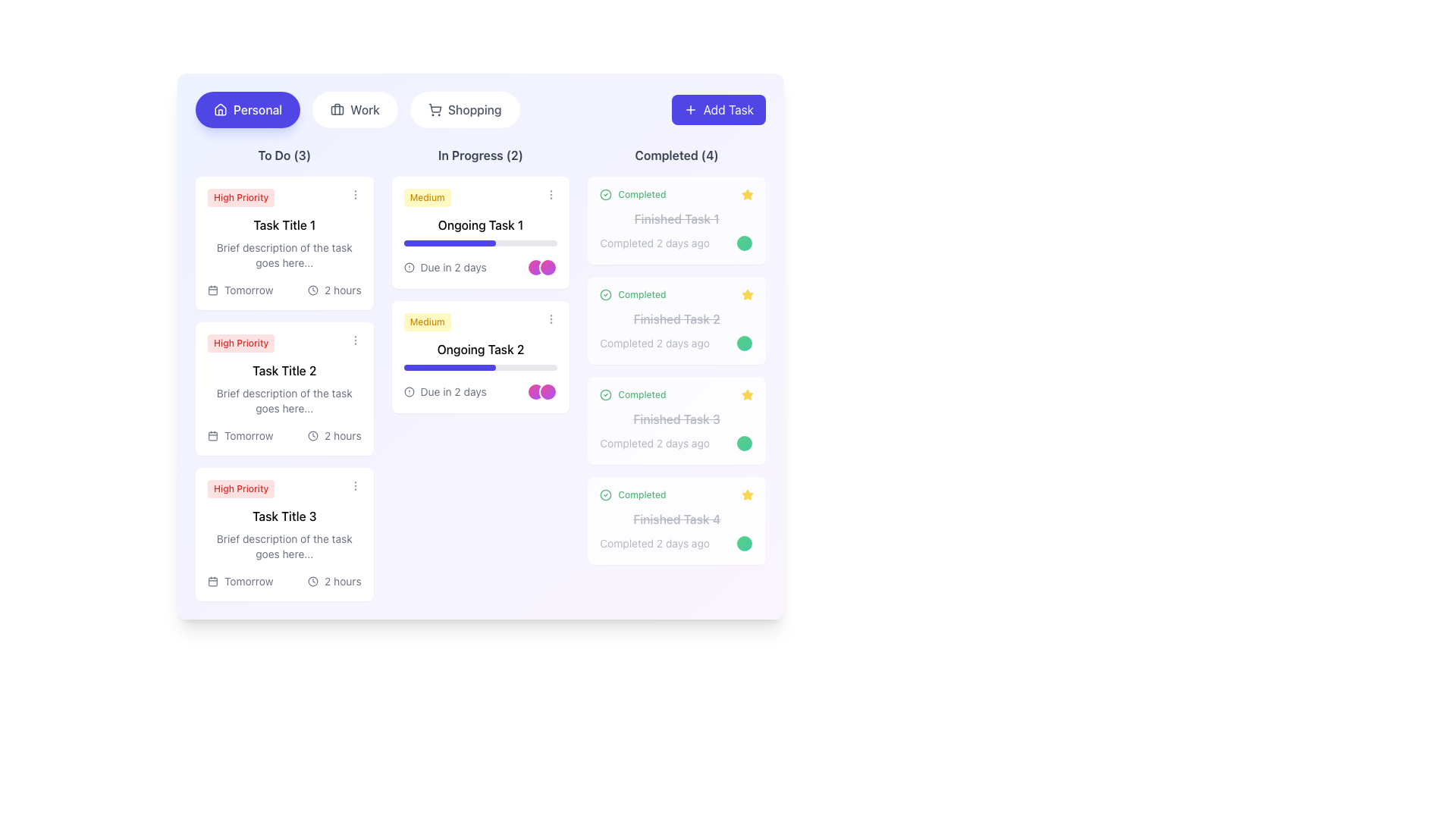  Describe the element at coordinates (212, 290) in the screenshot. I see `the icon that visually indicates dates or deadlines, located in the 'To Do' column preceding the 'Tomorrow' text associated with 'Task Title 1'` at that location.